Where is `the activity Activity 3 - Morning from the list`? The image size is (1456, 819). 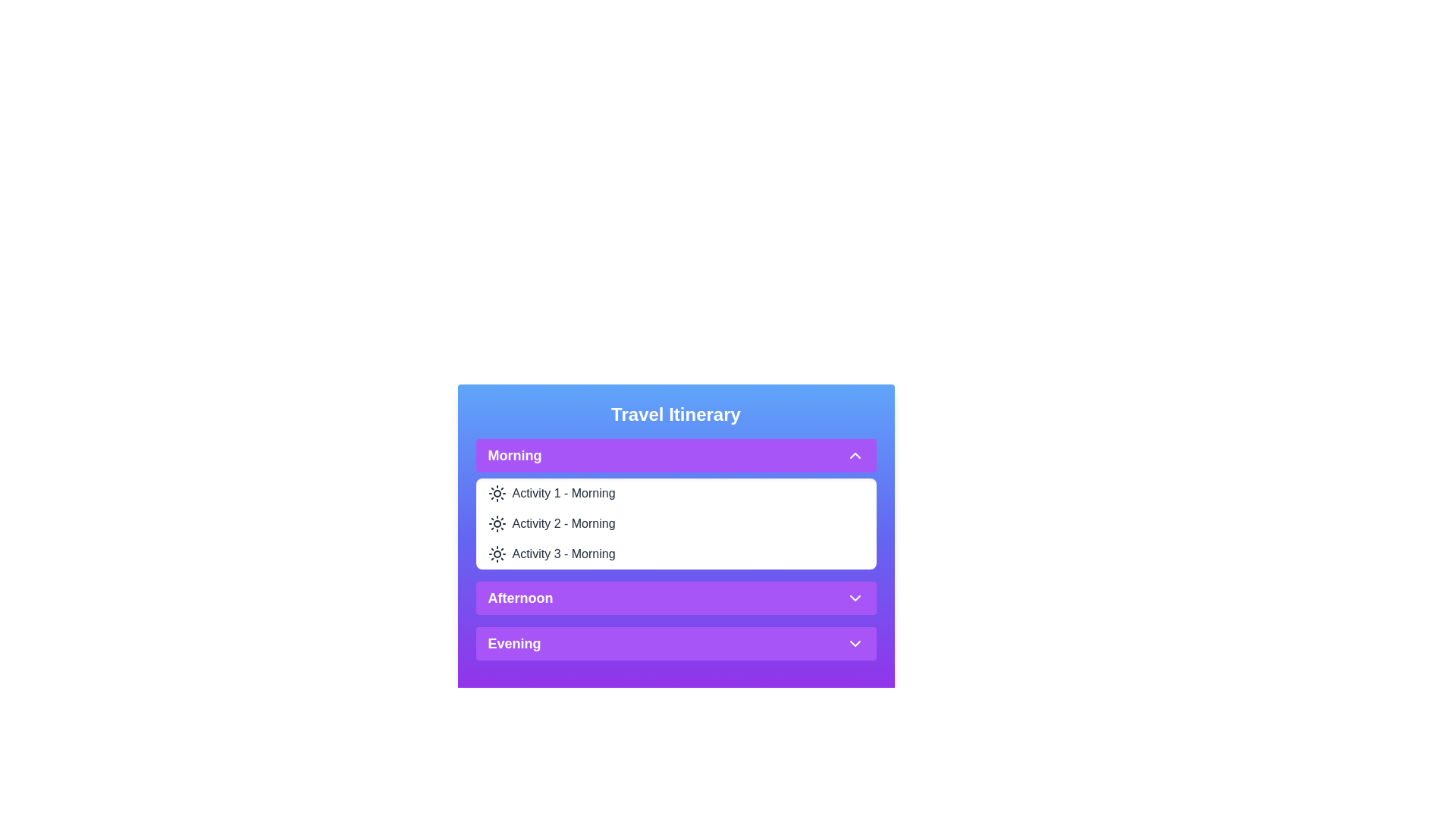
the activity Activity 3 - Morning from the list is located at coordinates (563, 554).